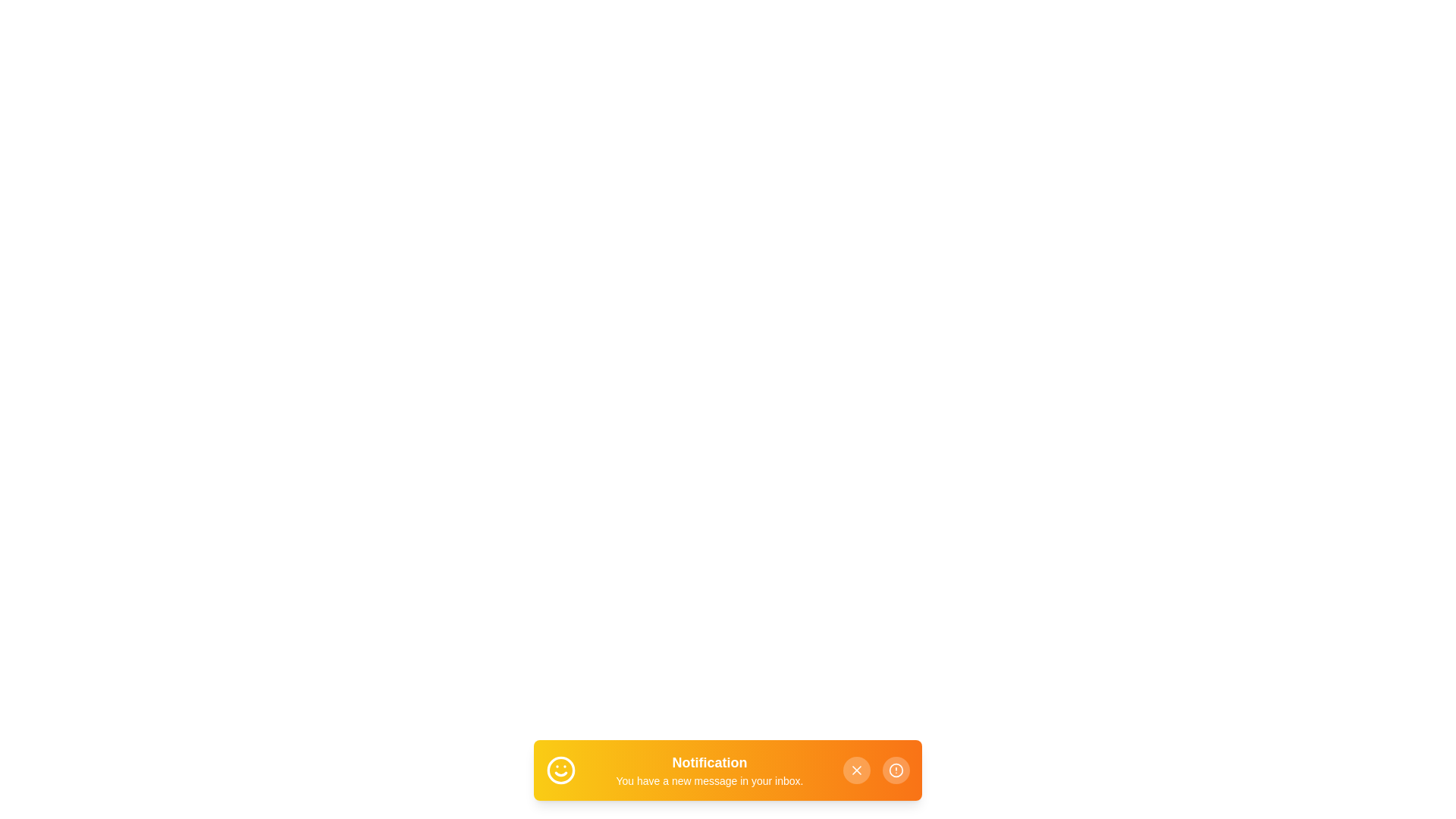  Describe the element at coordinates (856, 770) in the screenshot. I see `the close button of the EnhancedSnackbar component` at that location.